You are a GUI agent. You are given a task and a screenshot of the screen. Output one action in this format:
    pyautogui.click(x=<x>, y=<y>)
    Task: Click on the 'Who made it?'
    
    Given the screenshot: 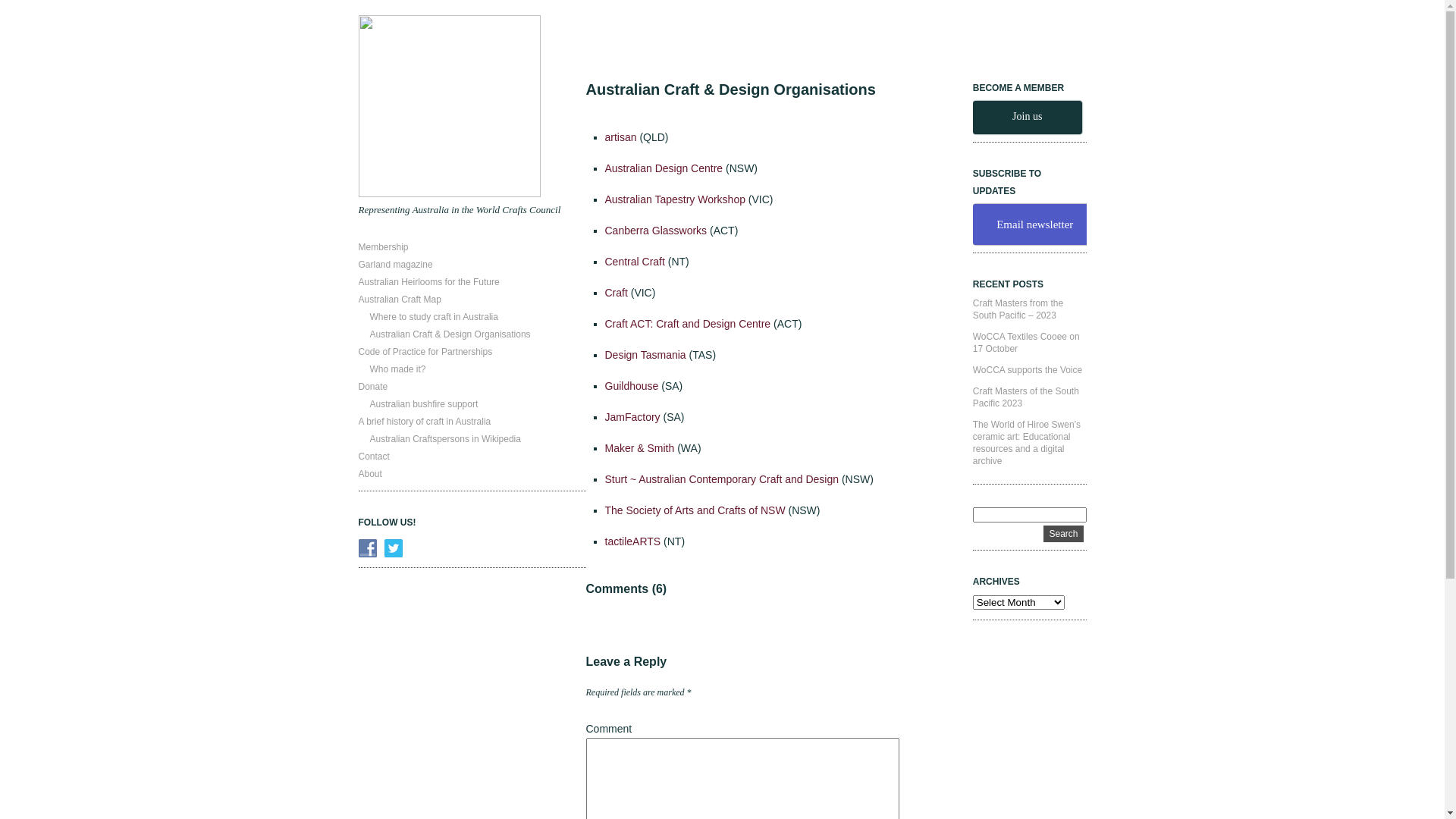 What is the action you would take?
    pyautogui.click(x=397, y=369)
    